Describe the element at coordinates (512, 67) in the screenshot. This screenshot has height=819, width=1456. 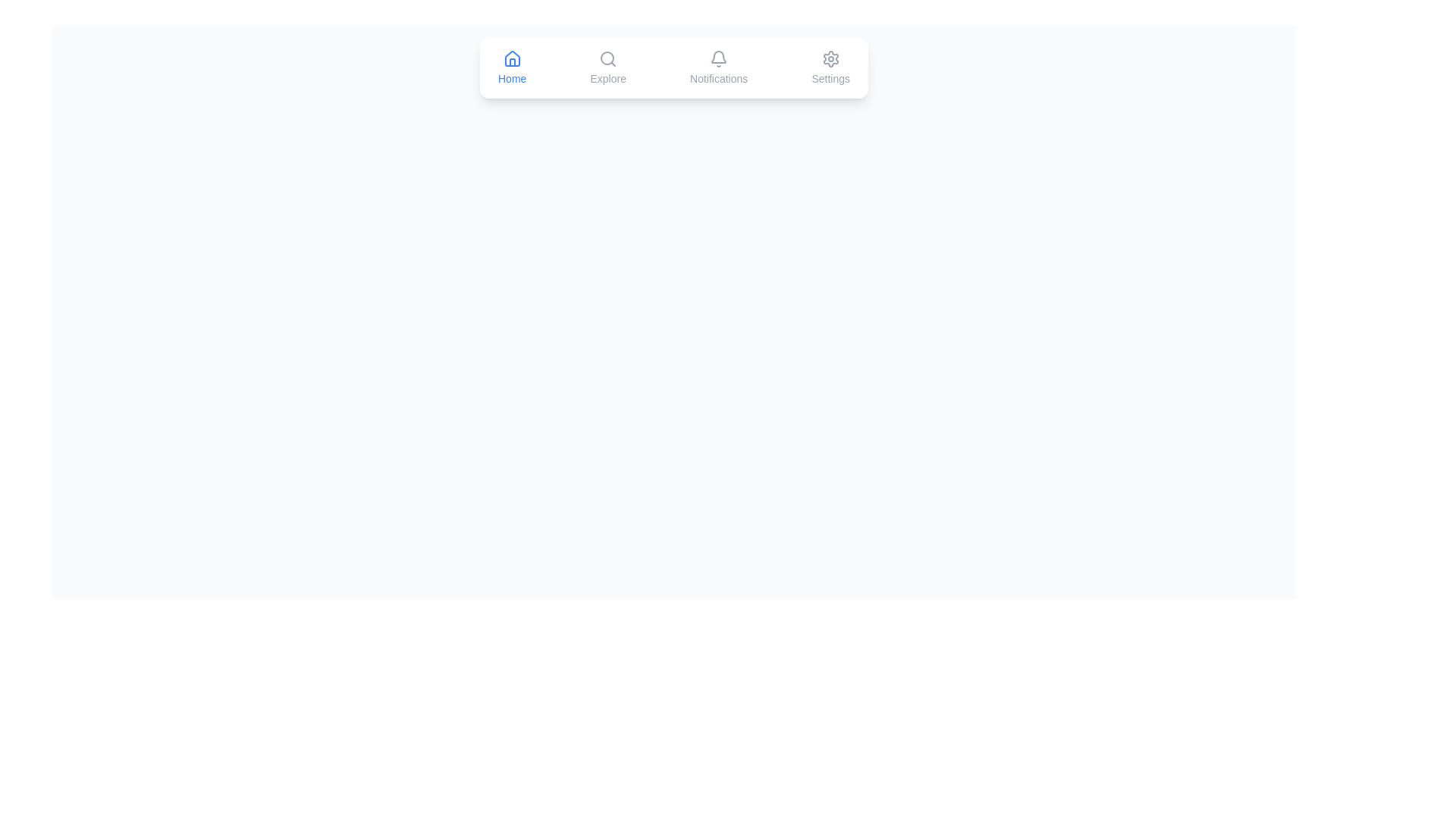
I see `the Home tab to observe its color change` at that location.